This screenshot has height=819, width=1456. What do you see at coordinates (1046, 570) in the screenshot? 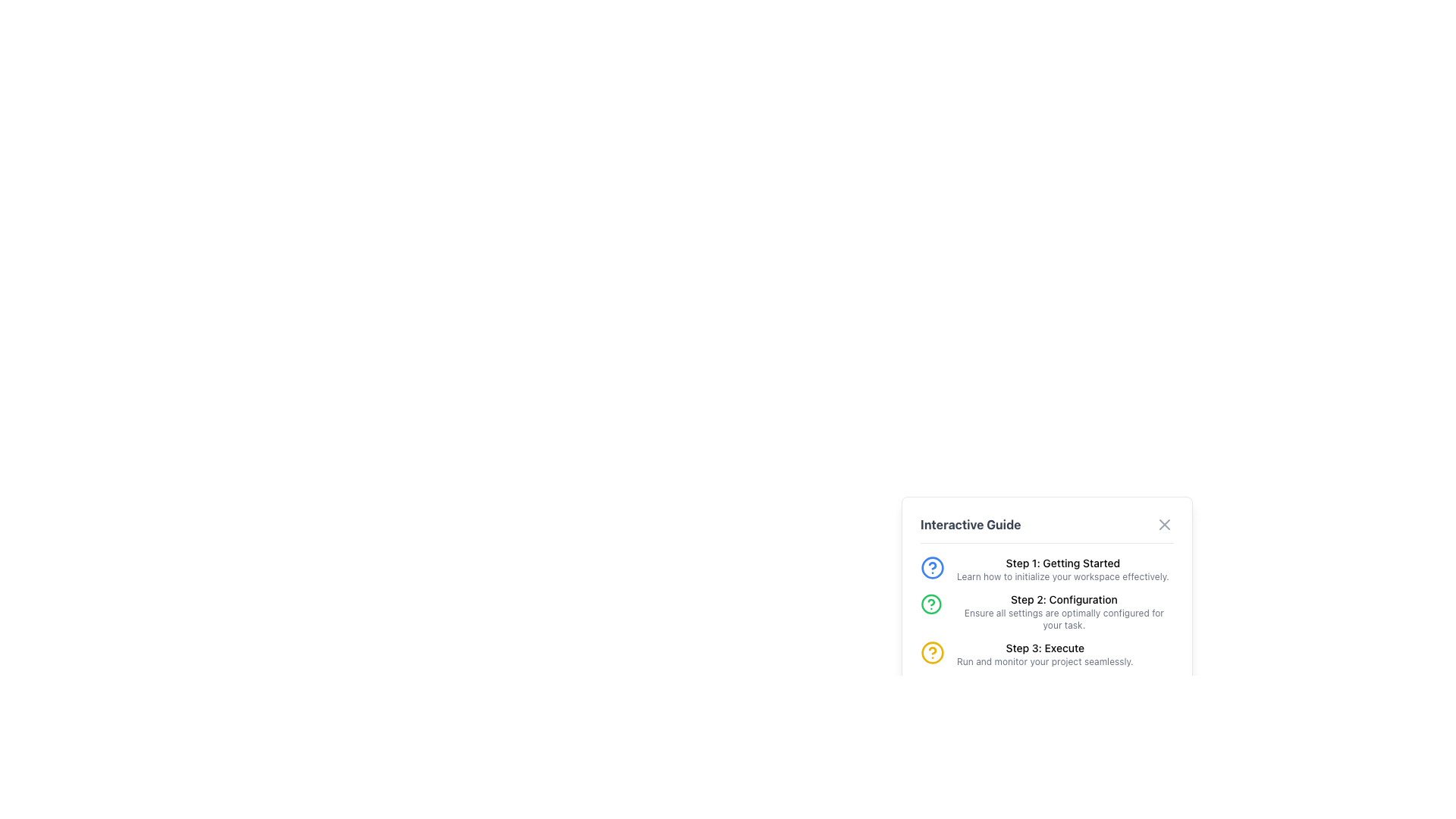
I see `the Informational step card located at the top of the 'Interactive Guide' section` at bounding box center [1046, 570].